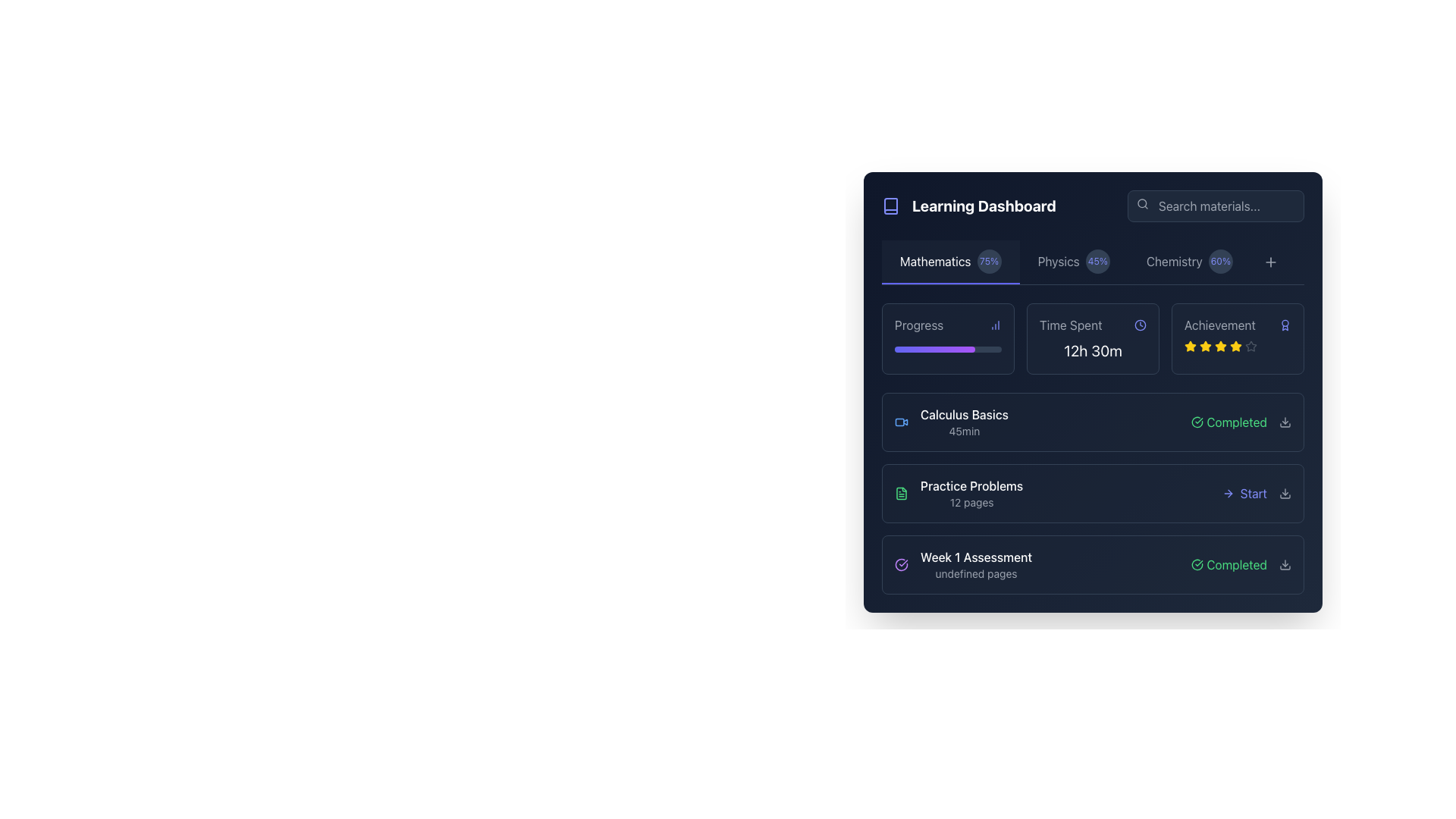 This screenshot has width=1456, height=819. I want to click on the subject in the Horizontal Menu, so click(1093, 262).